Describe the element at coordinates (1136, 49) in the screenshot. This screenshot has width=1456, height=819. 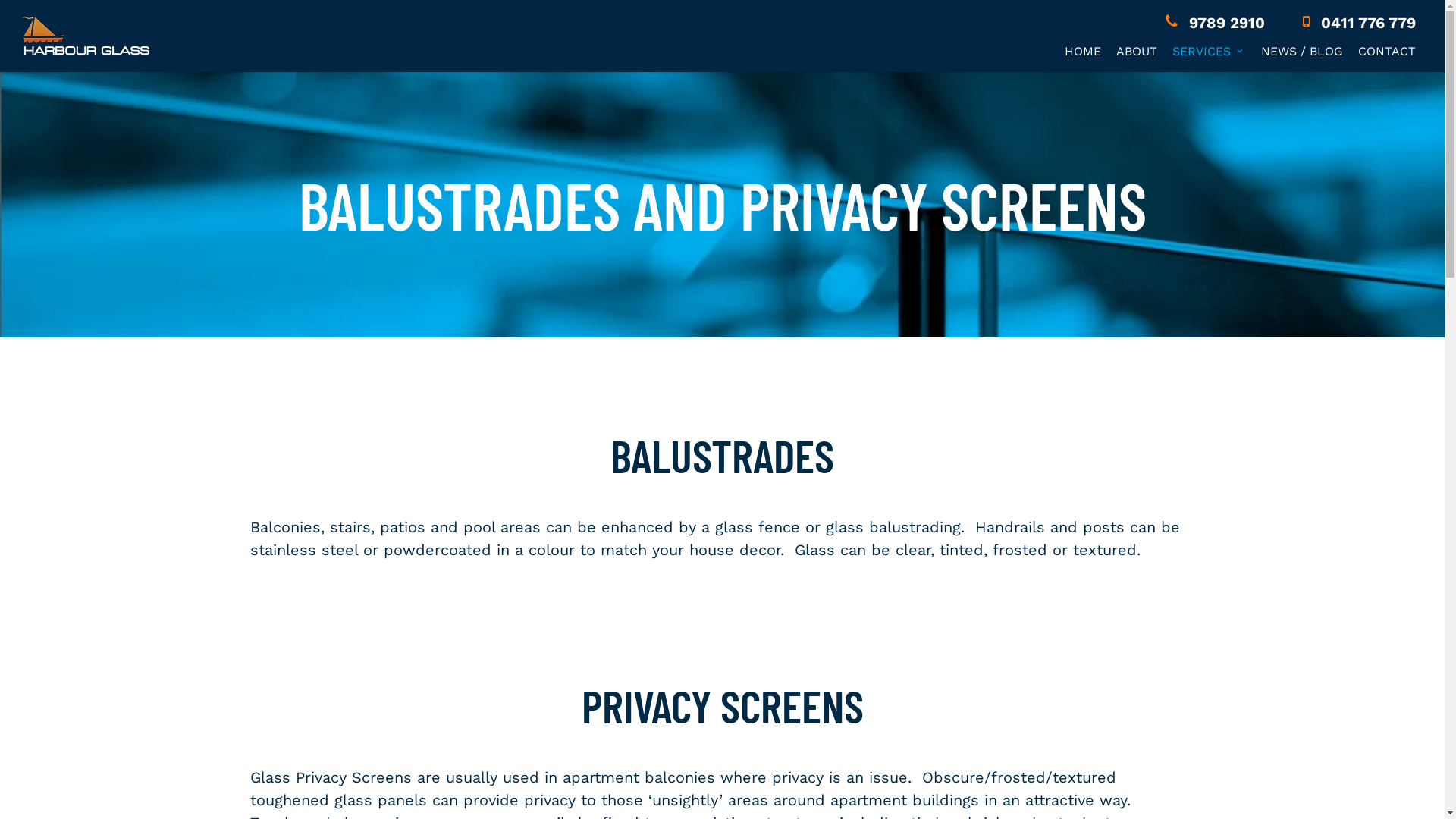
I see `'ABOUT'` at that location.